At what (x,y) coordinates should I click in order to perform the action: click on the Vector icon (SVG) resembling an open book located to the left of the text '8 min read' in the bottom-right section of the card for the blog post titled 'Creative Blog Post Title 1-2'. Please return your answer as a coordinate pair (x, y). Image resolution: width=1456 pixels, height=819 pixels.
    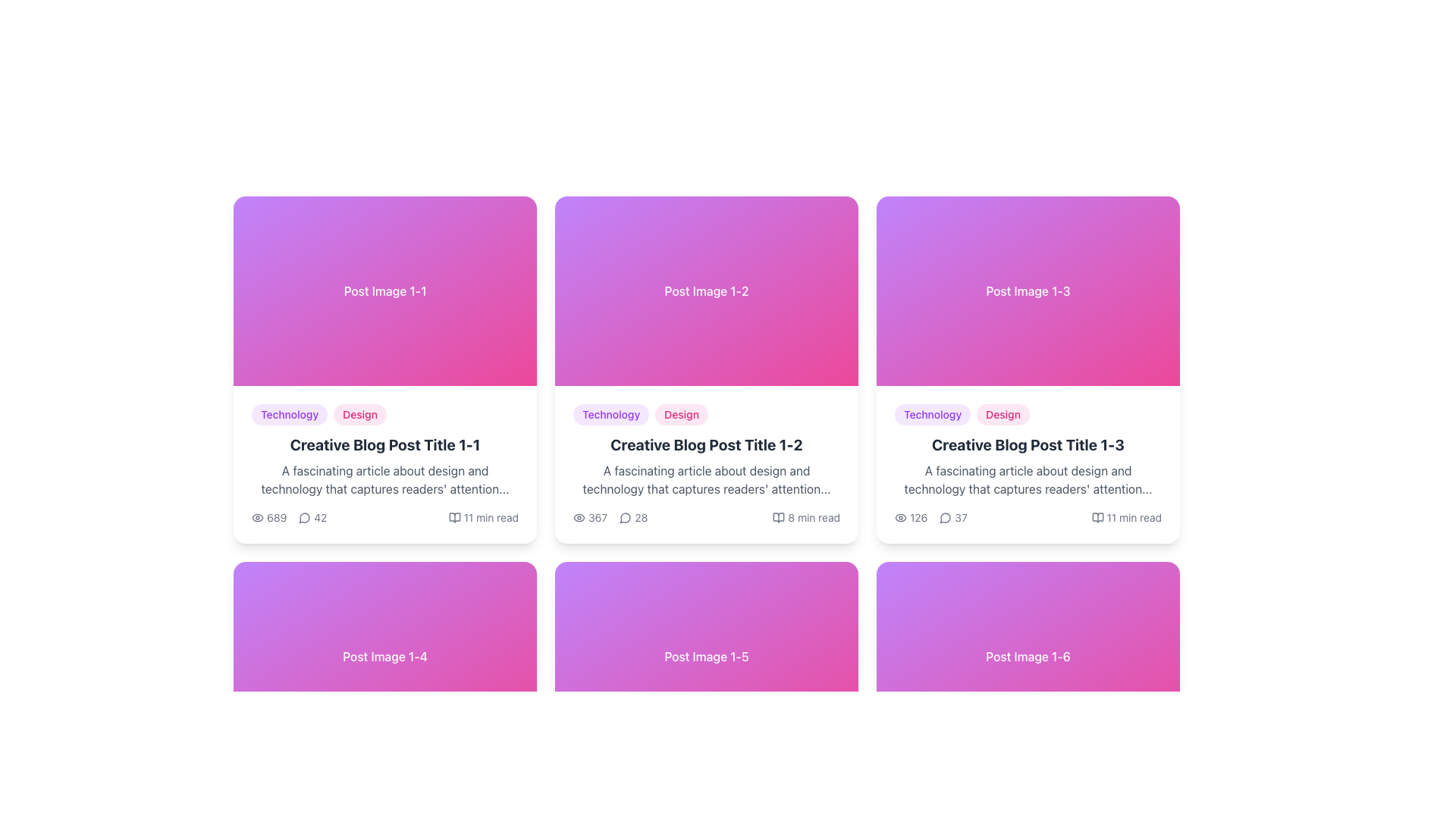
    Looking at the image, I should click on (779, 516).